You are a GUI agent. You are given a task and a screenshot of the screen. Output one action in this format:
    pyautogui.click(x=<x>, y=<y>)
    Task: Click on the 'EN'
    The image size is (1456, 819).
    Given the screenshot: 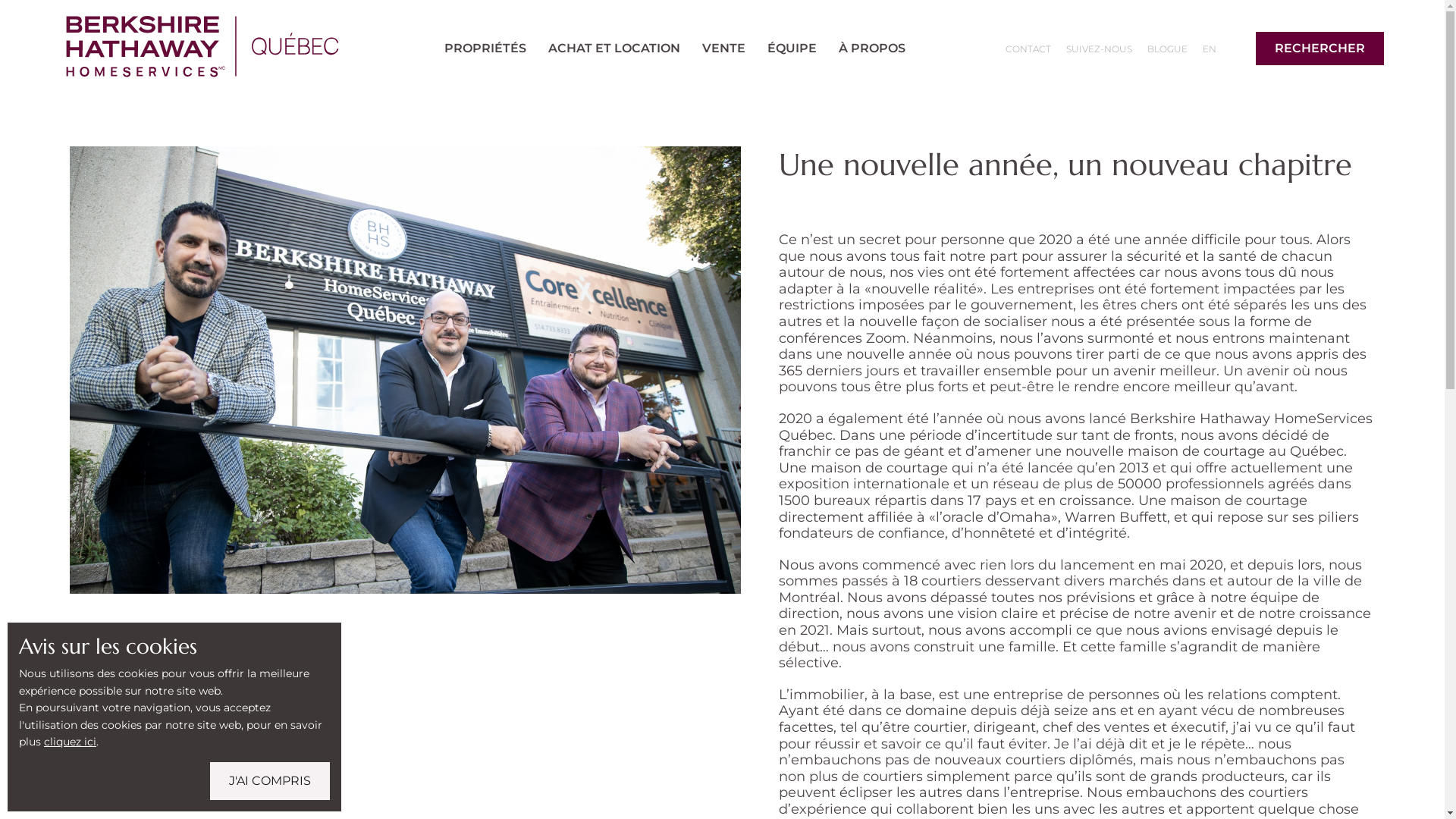 What is the action you would take?
    pyautogui.click(x=1196, y=49)
    